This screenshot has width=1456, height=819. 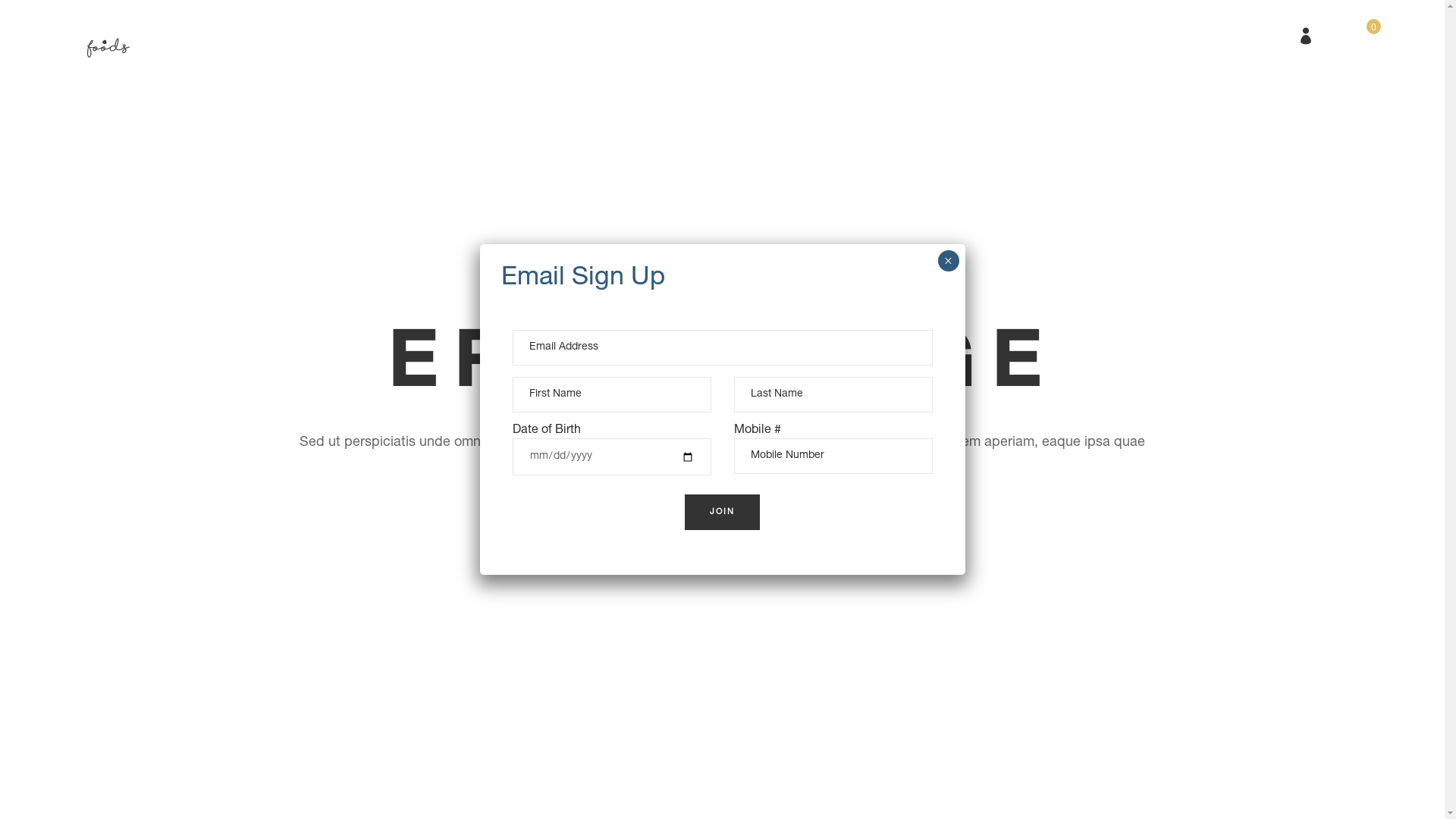 What do you see at coordinates (722, 512) in the screenshot?
I see `'Join'` at bounding box center [722, 512].